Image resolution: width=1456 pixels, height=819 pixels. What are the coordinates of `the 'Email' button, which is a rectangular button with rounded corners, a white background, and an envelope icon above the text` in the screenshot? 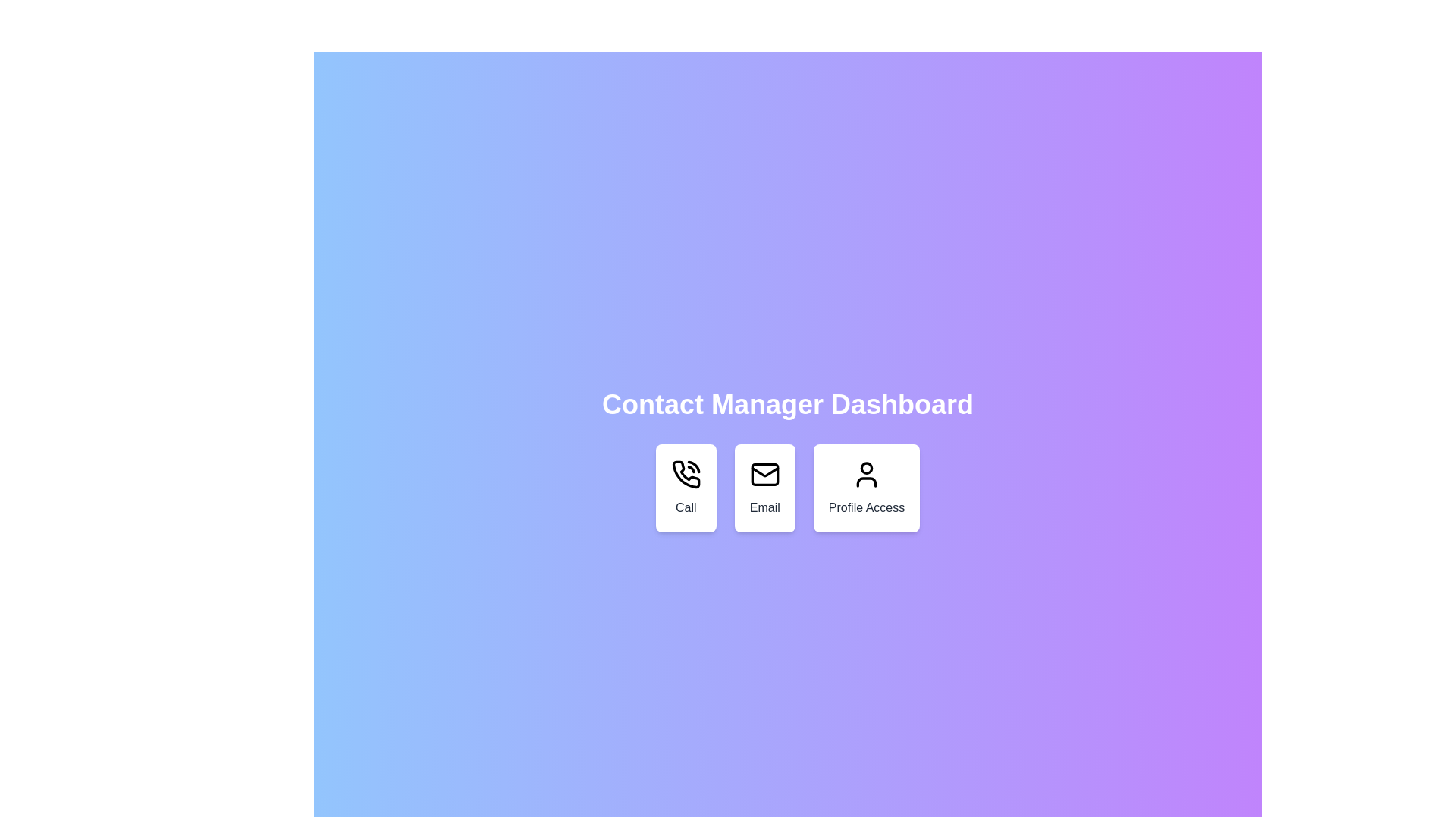 It's located at (764, 488).